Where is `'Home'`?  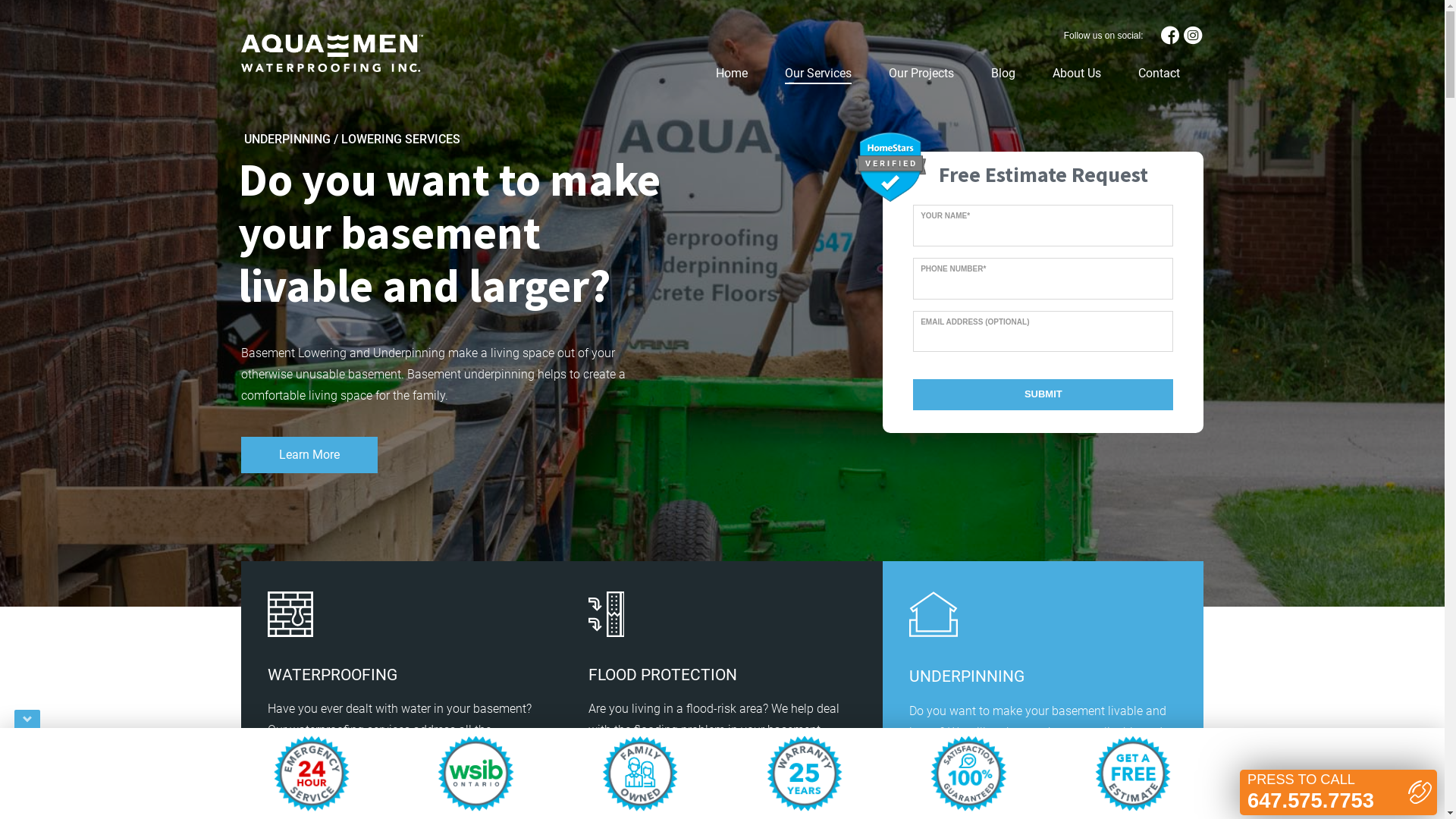 'Home' is located at coordinates (705, 73).